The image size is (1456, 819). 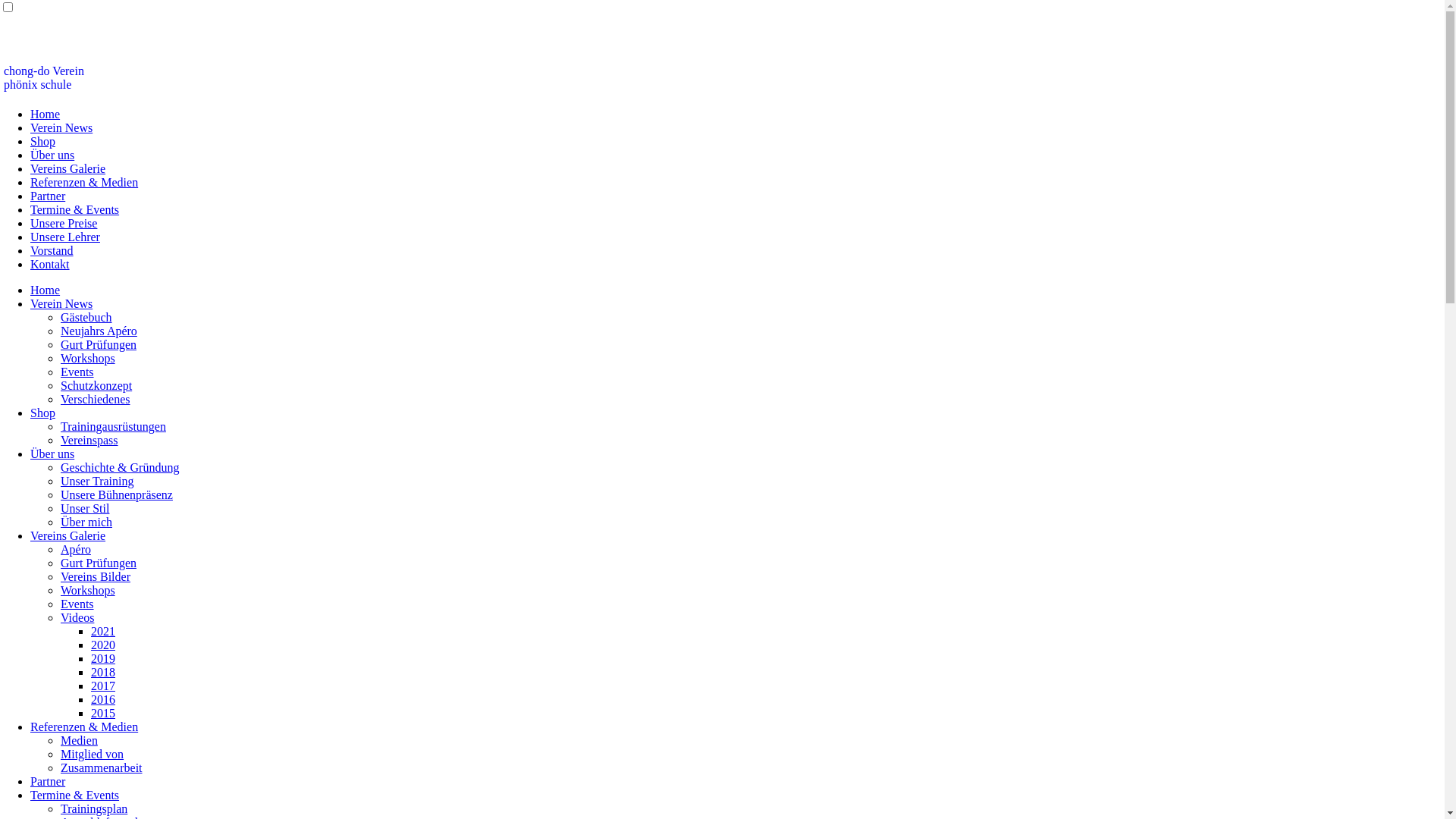 What do you see at coordinates (76, 617) in the screenshot?
I see `'Videos'` at bounding box center [76, 617].